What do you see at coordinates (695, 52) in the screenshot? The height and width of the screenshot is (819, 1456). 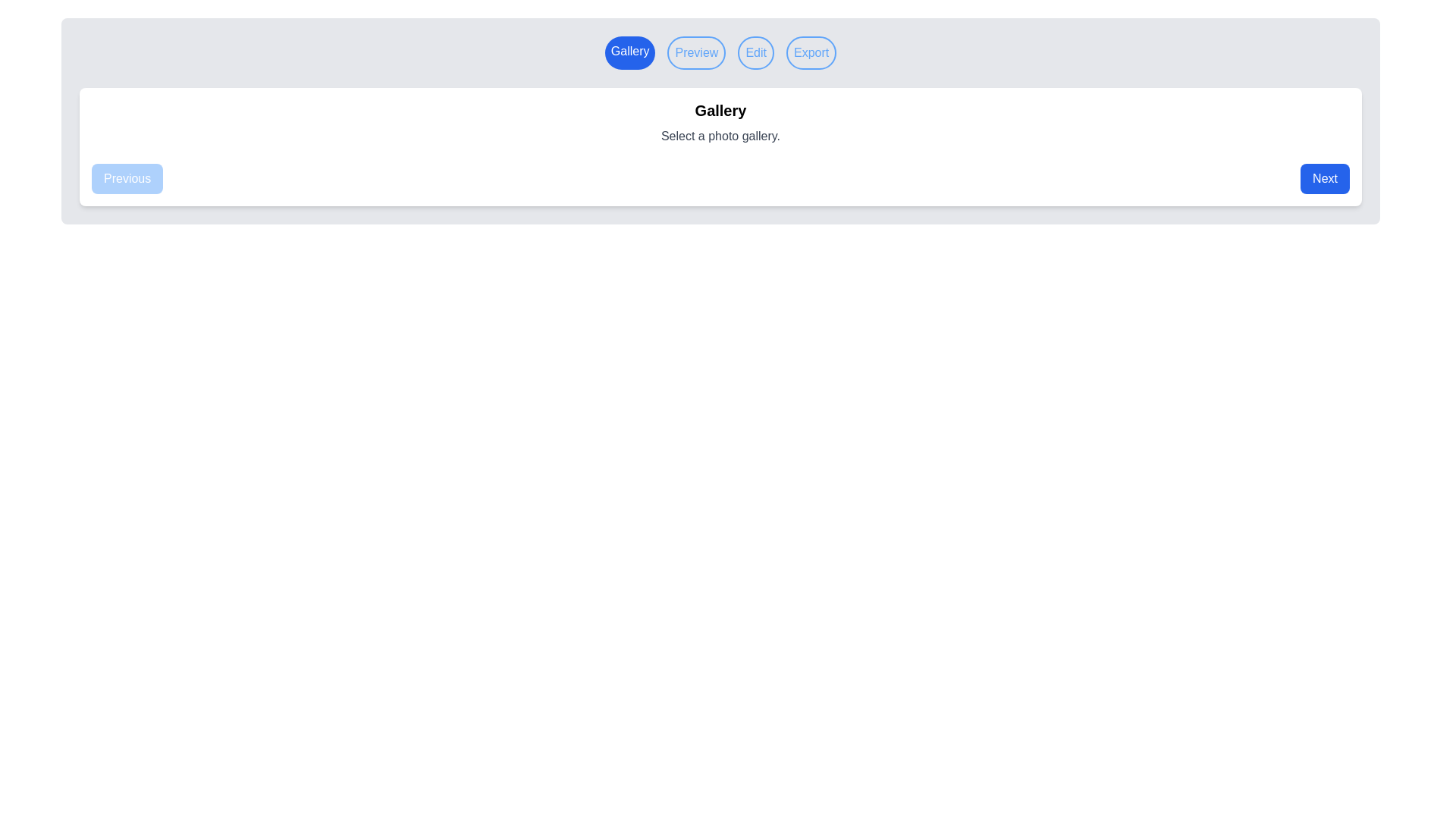 I see `the step label Preview to navigate to the corresponding step` at bounding box center [695, 52].